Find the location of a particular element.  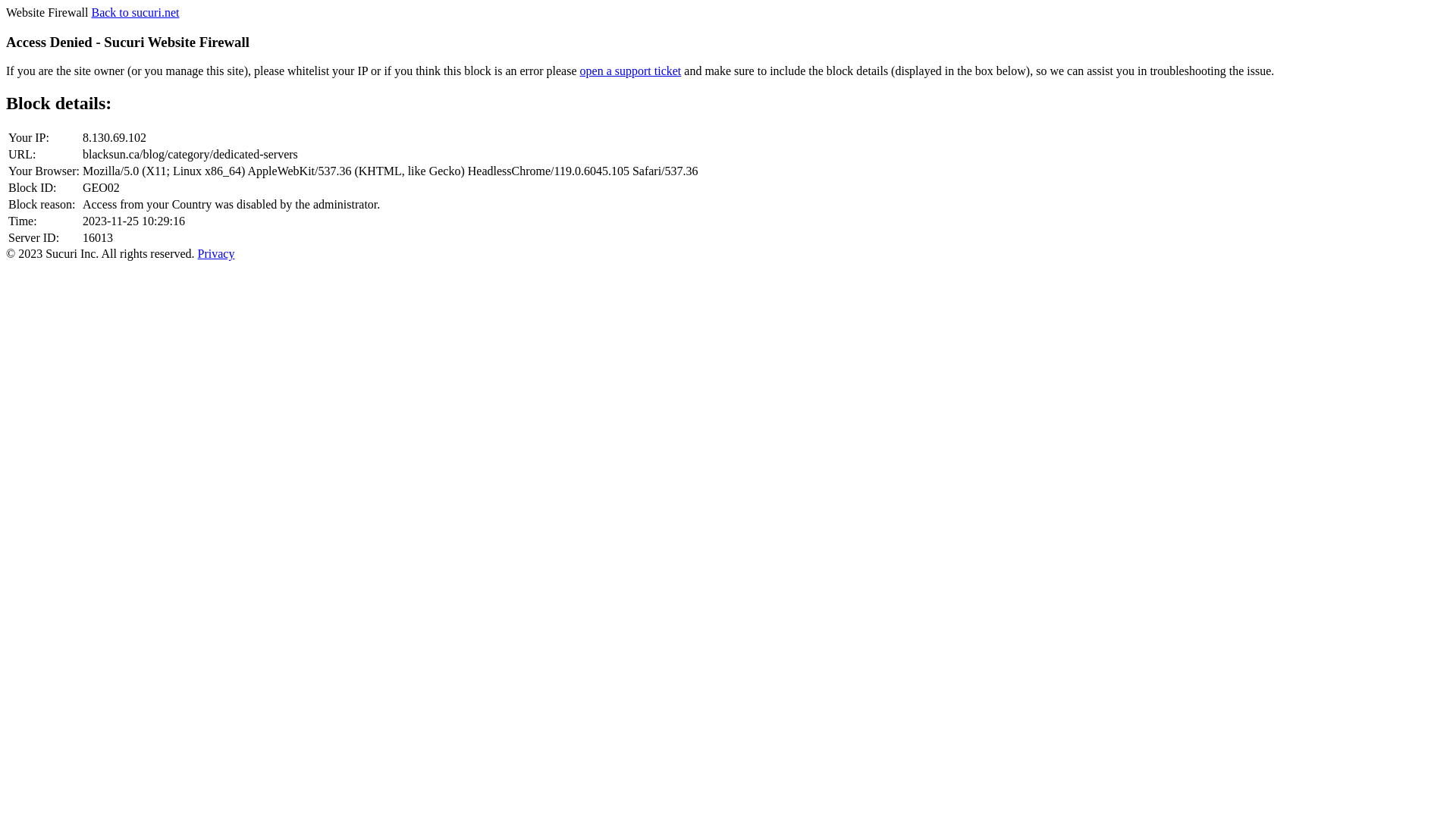

'Back to sucuri.net' is located at coordinates (90, 12).